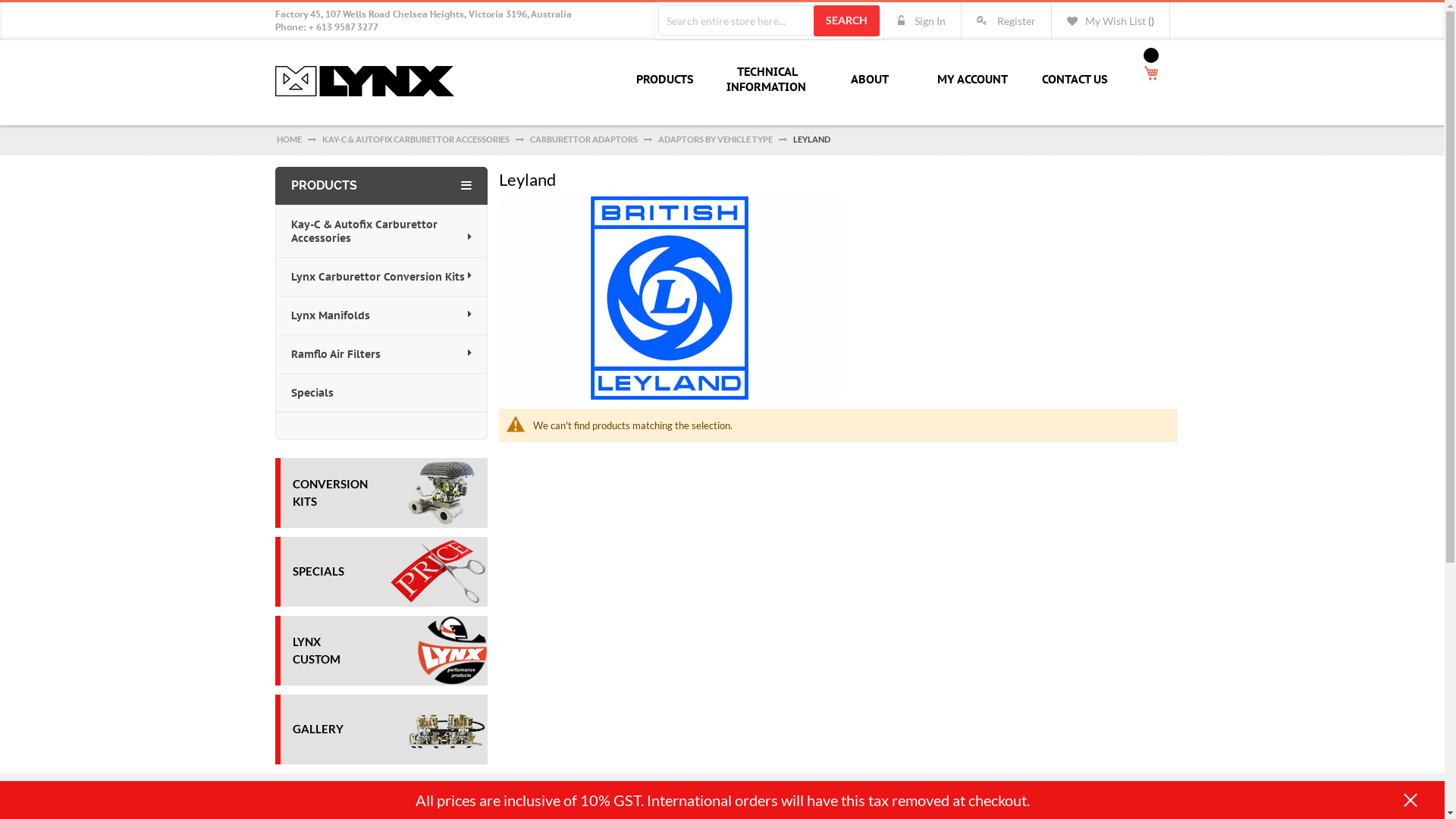 This screenshot has height=819, width=1456. What do you see at coordinates (381, 354) in the screenshot?
I see `'Ramflo Air Filters'` at bounding box center [381, 354].